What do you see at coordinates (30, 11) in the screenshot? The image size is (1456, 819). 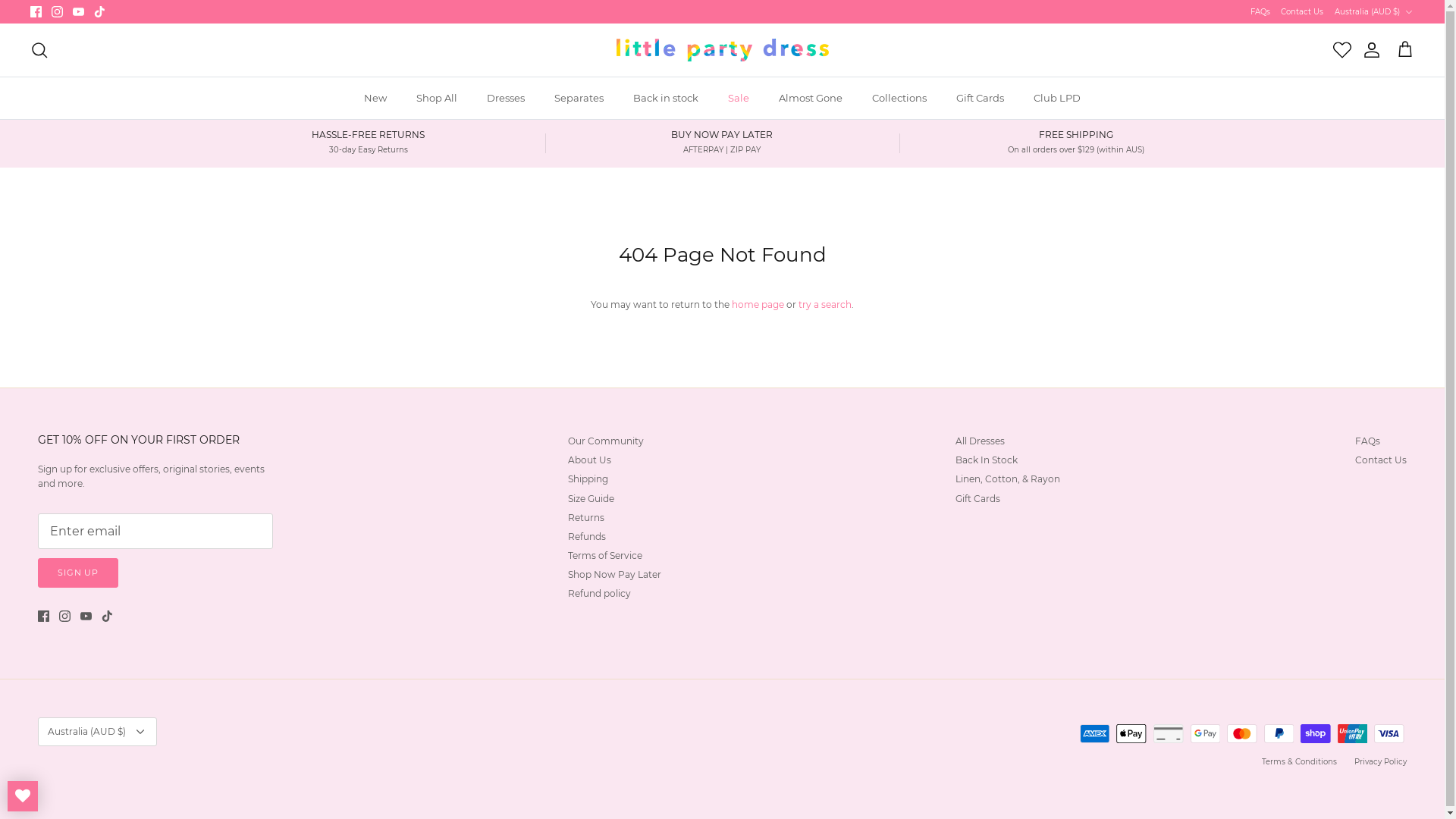 I see `'Facebook'` at bounding box center [30, 11].